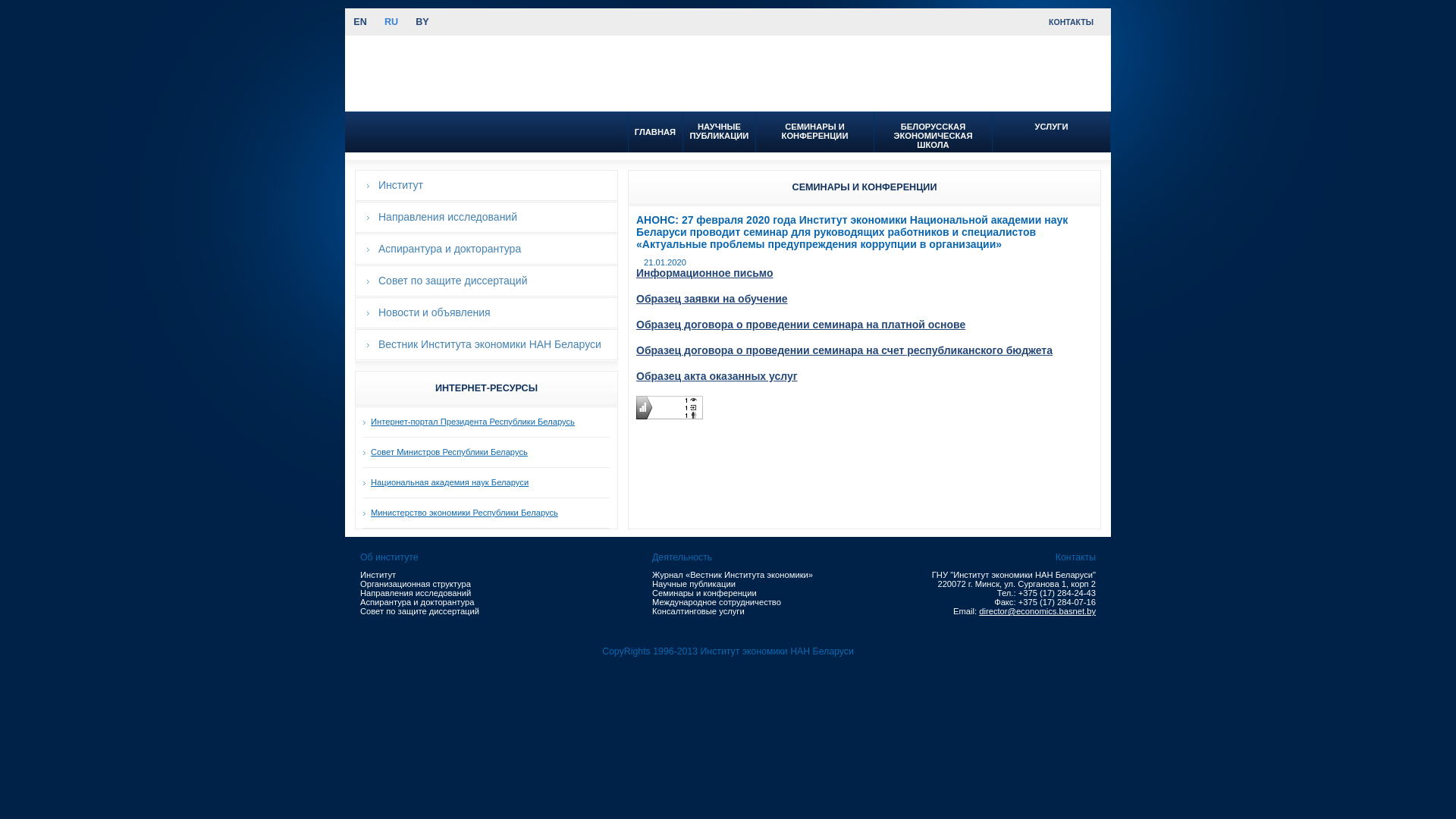  Describe the element at coordinates (1037, 610) in the screenshot. I see `'director@economics.basnet.by'` at that location.